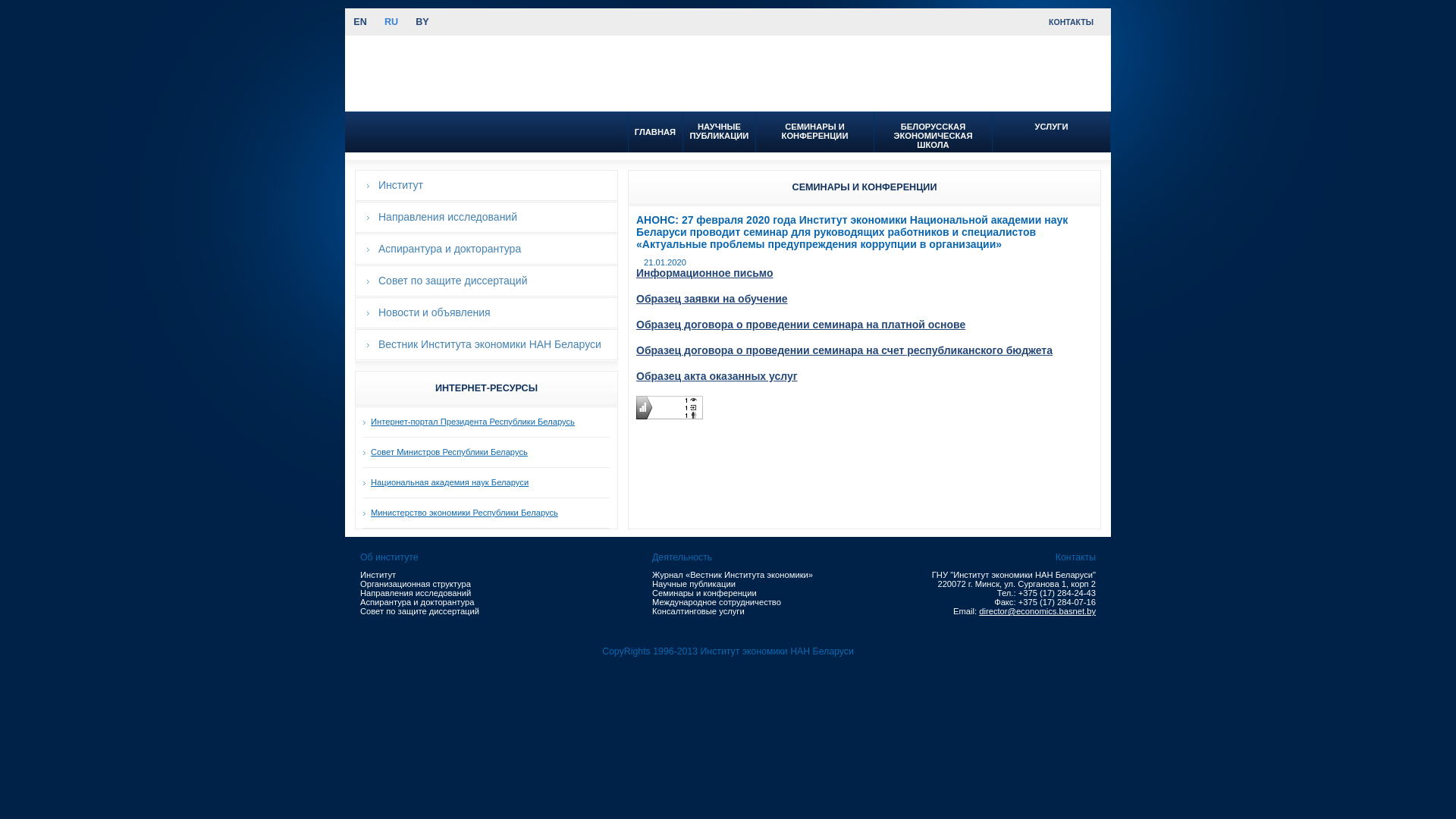  Describe the element at coordinates (1037, 610) in the screenshot. I see `'director@economics.basnet.by'` at that location.